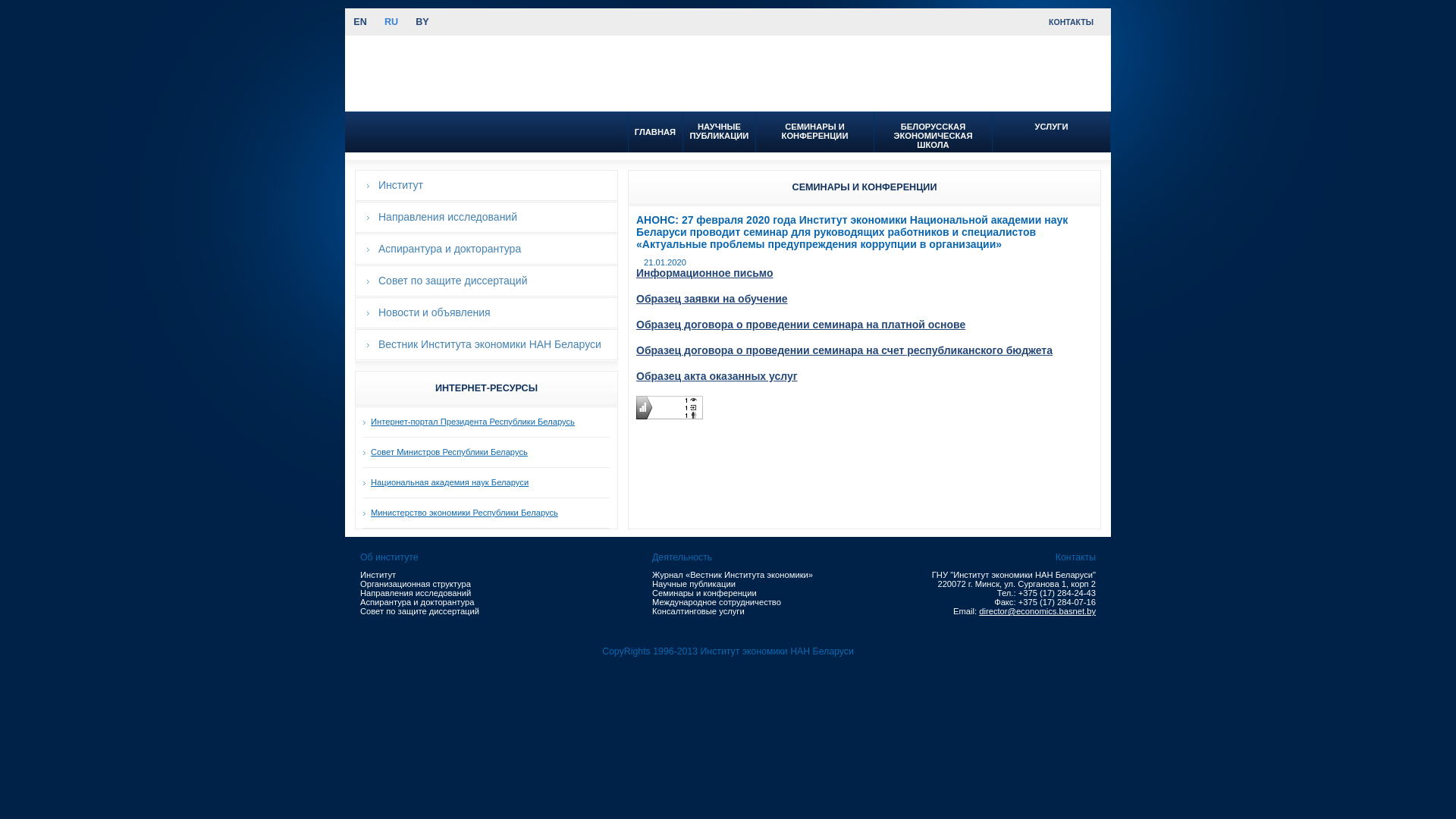  Describe the element at coordinates (1037, 610) in the screenshot. I see `'director@economics.basnet.by'` at that location.